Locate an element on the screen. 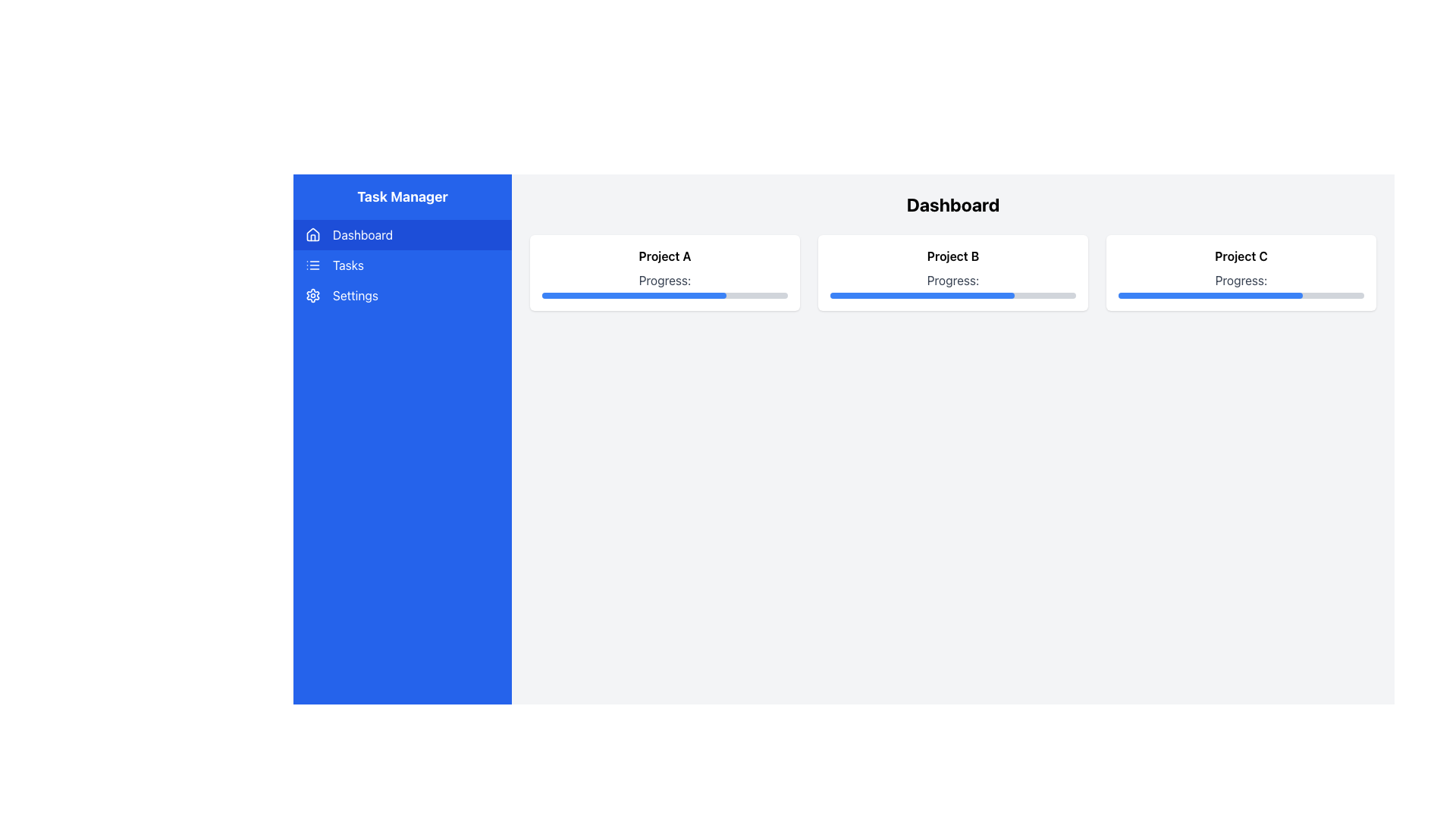 The image size is (1456, 819). the 'Settings' icon located is located at coordinates (312, 295).